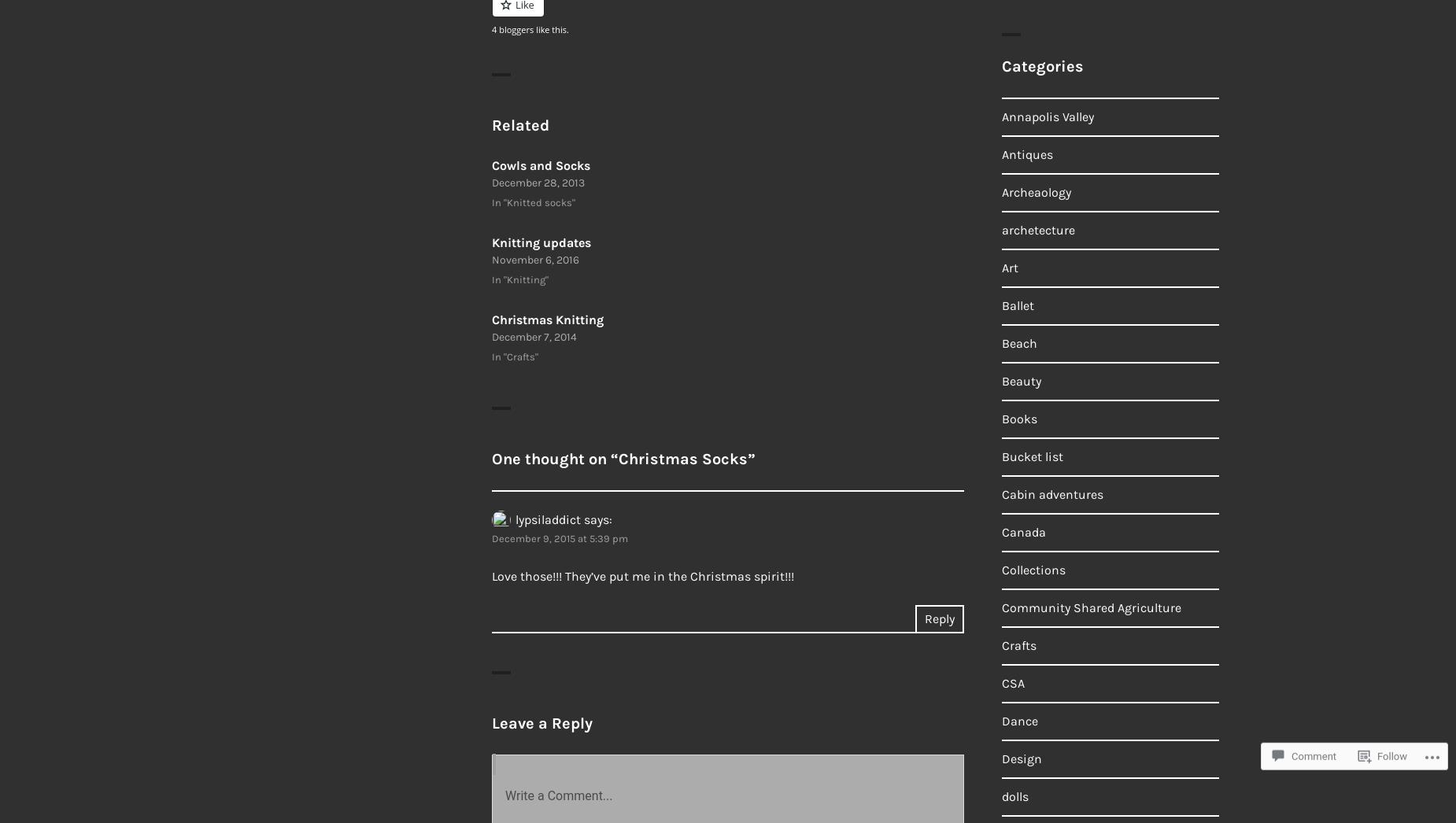 Image resolution: width=1456 pixels, height=823 pixels. Describe the element at coordinates (516, 519) in the screenshot. I see `'lypsiladdict'` at that location.